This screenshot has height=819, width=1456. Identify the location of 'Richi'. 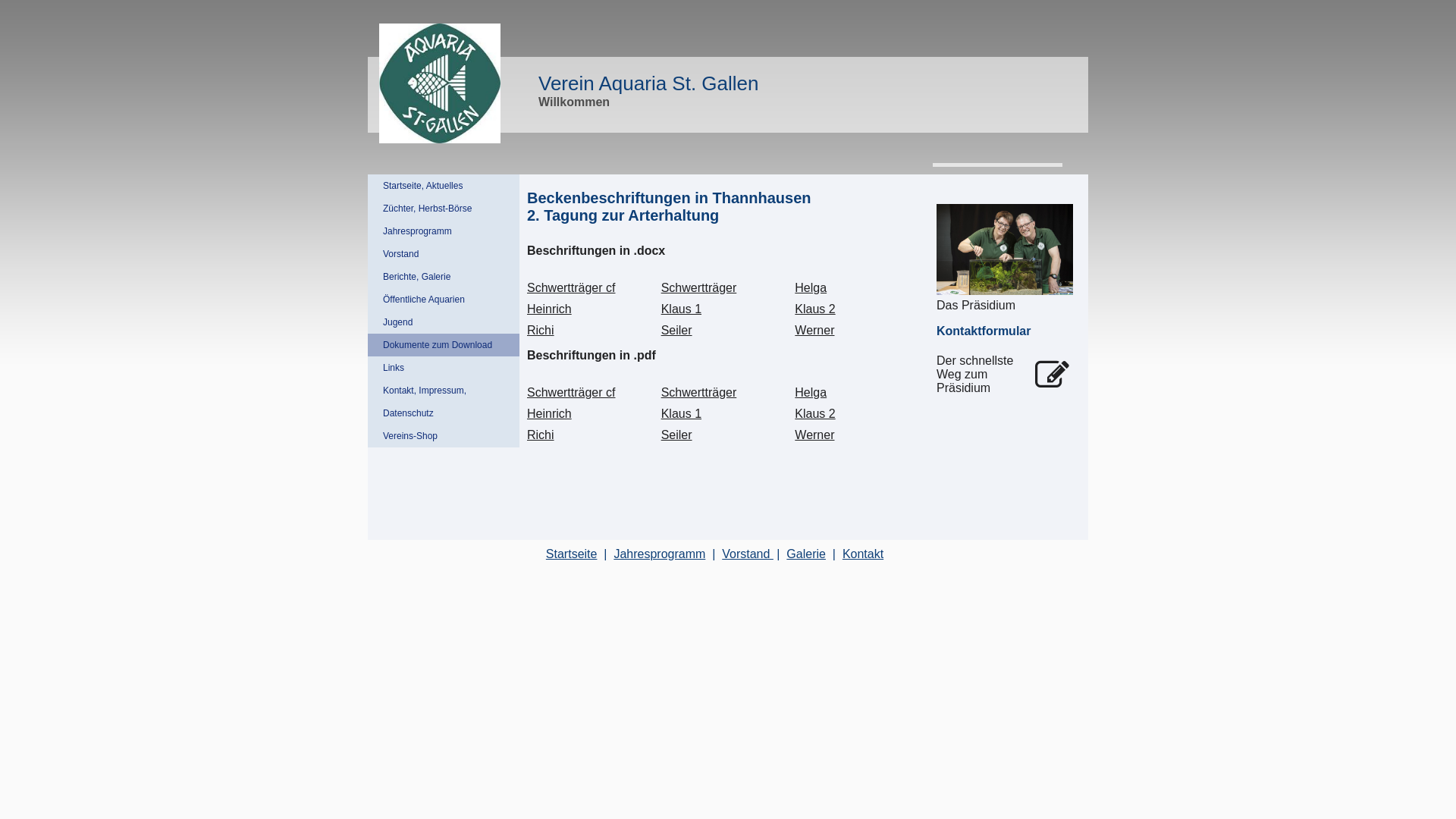
(541, 435).